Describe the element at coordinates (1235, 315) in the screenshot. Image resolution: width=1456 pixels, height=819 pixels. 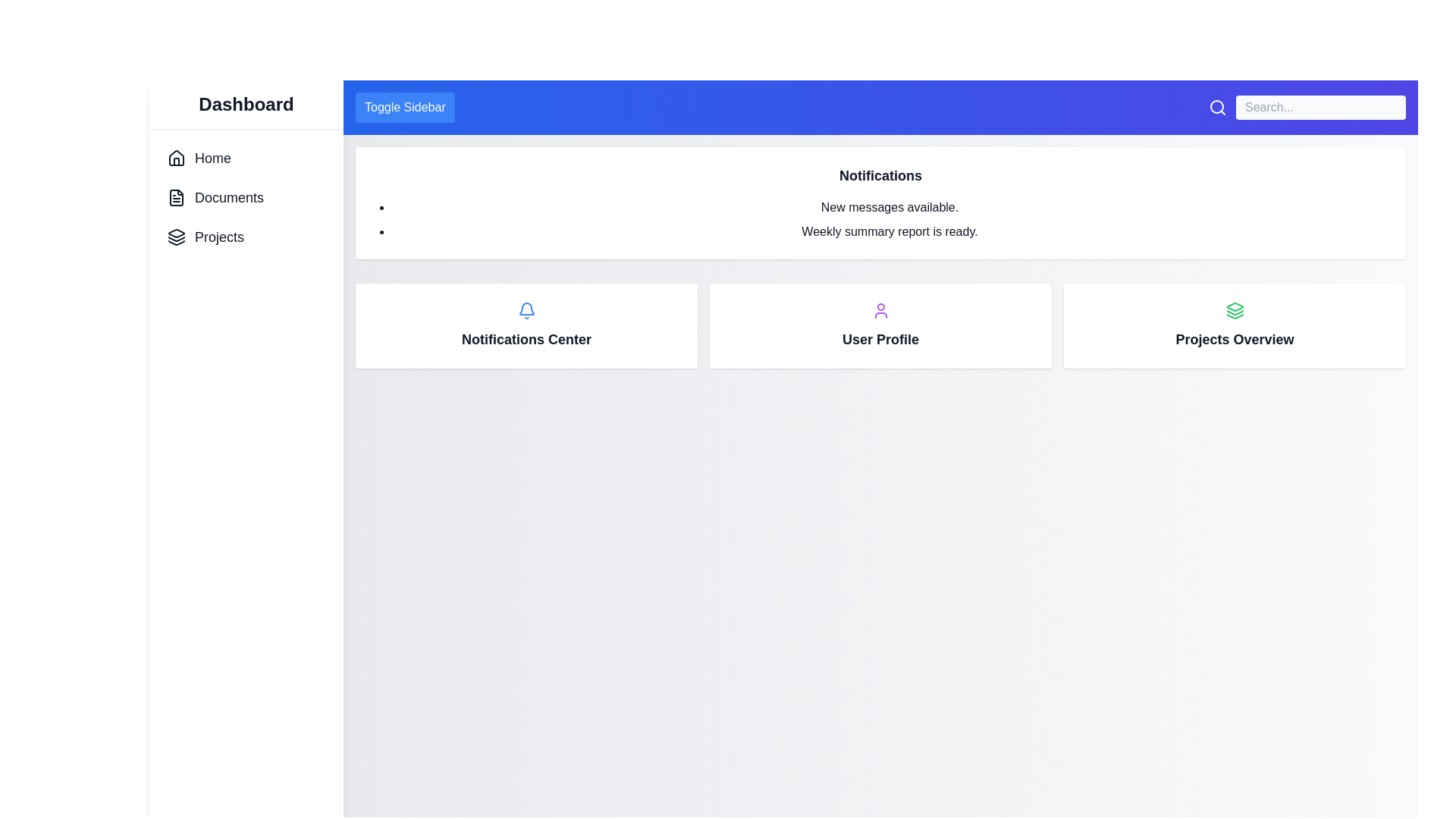
I see `the third layer of the iconic layer or vector graphic located in the 'Projects Overview' section` at that location.